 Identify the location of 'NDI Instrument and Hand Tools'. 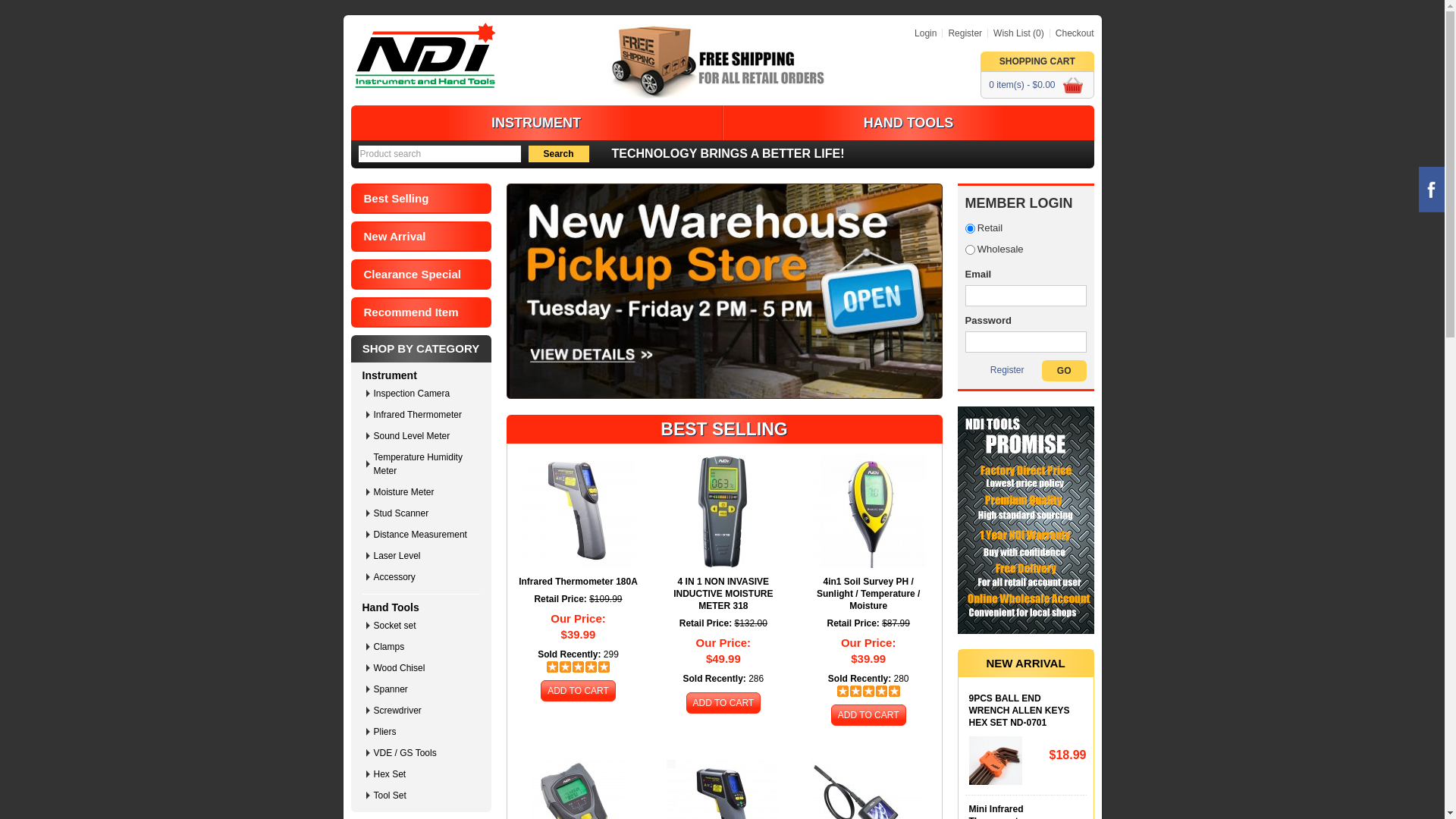
(425, 55).